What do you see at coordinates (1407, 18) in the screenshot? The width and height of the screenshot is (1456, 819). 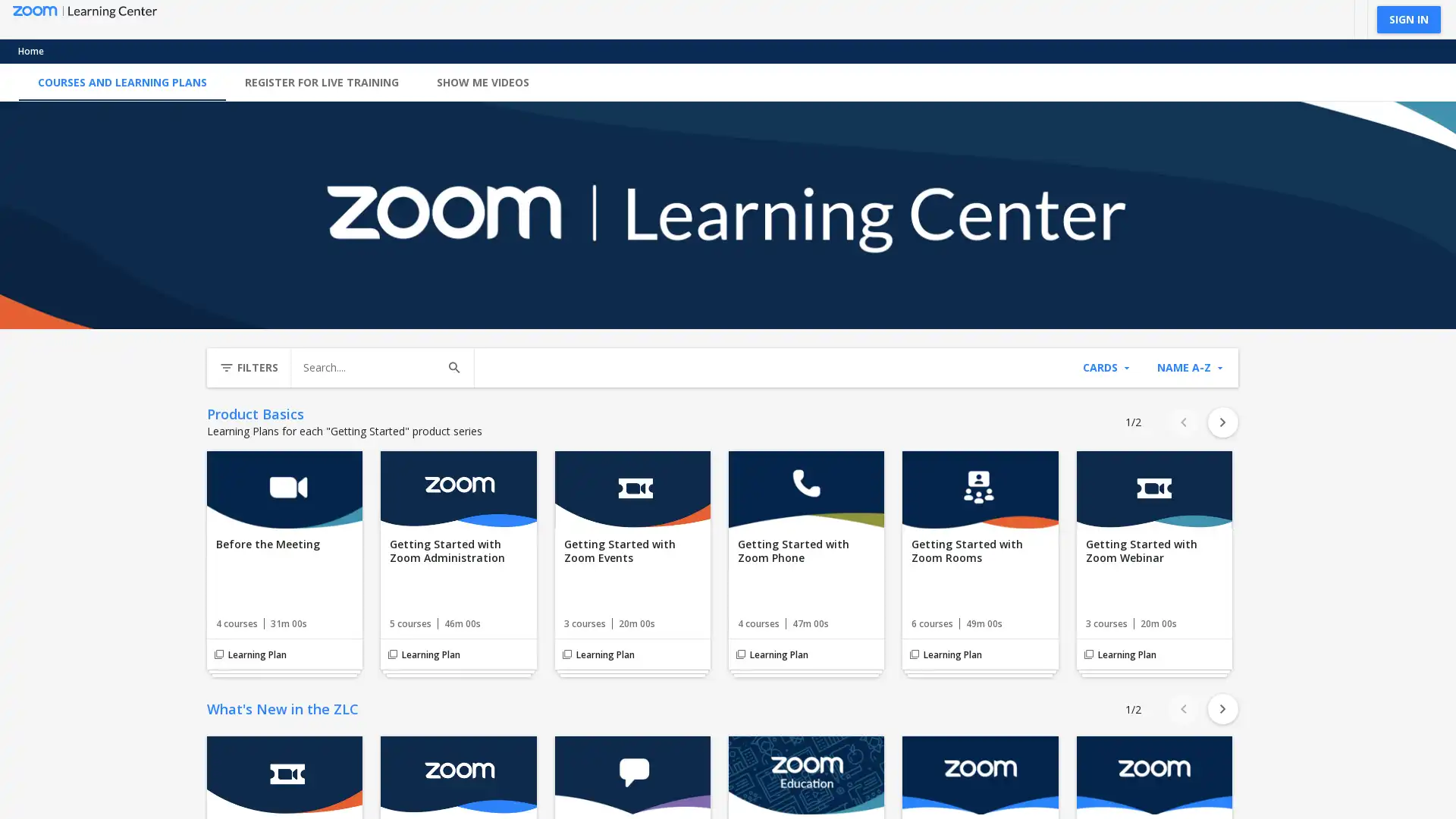 I see `SIGN IN` at bounding box center [1407, 18].